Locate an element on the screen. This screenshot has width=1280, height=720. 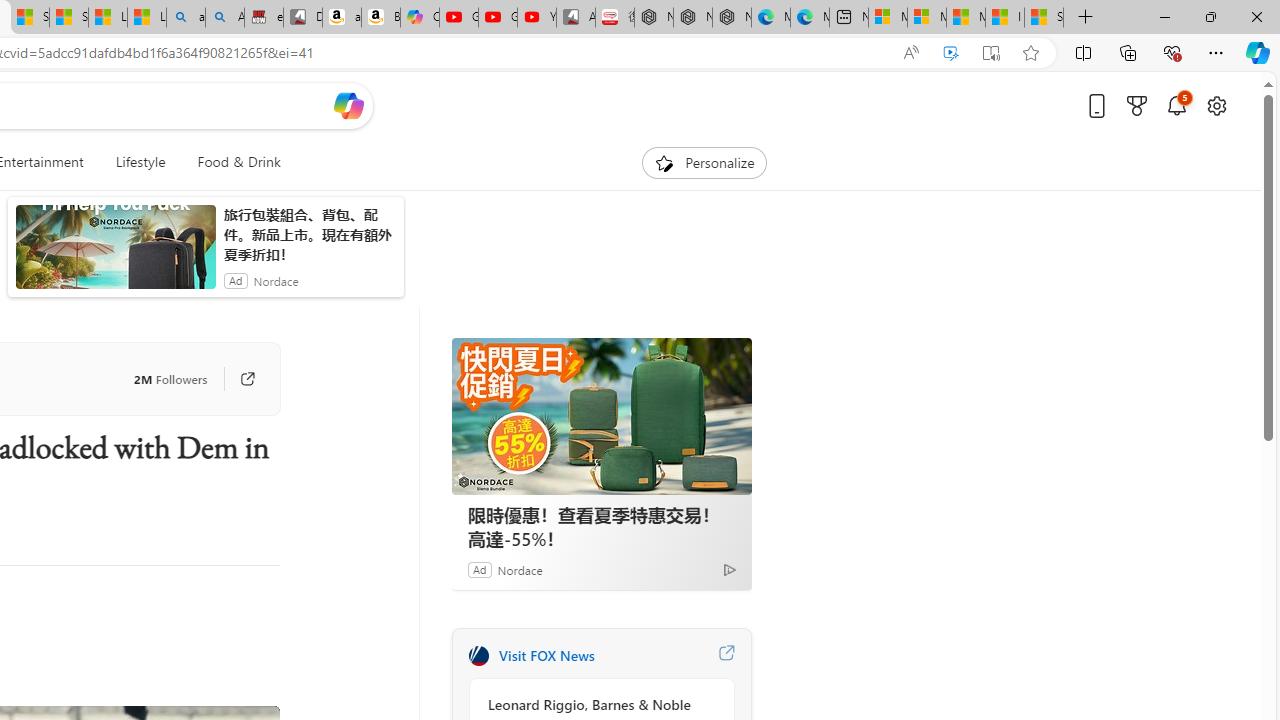
'Go to publisher' is located at coordinates (237, 379).